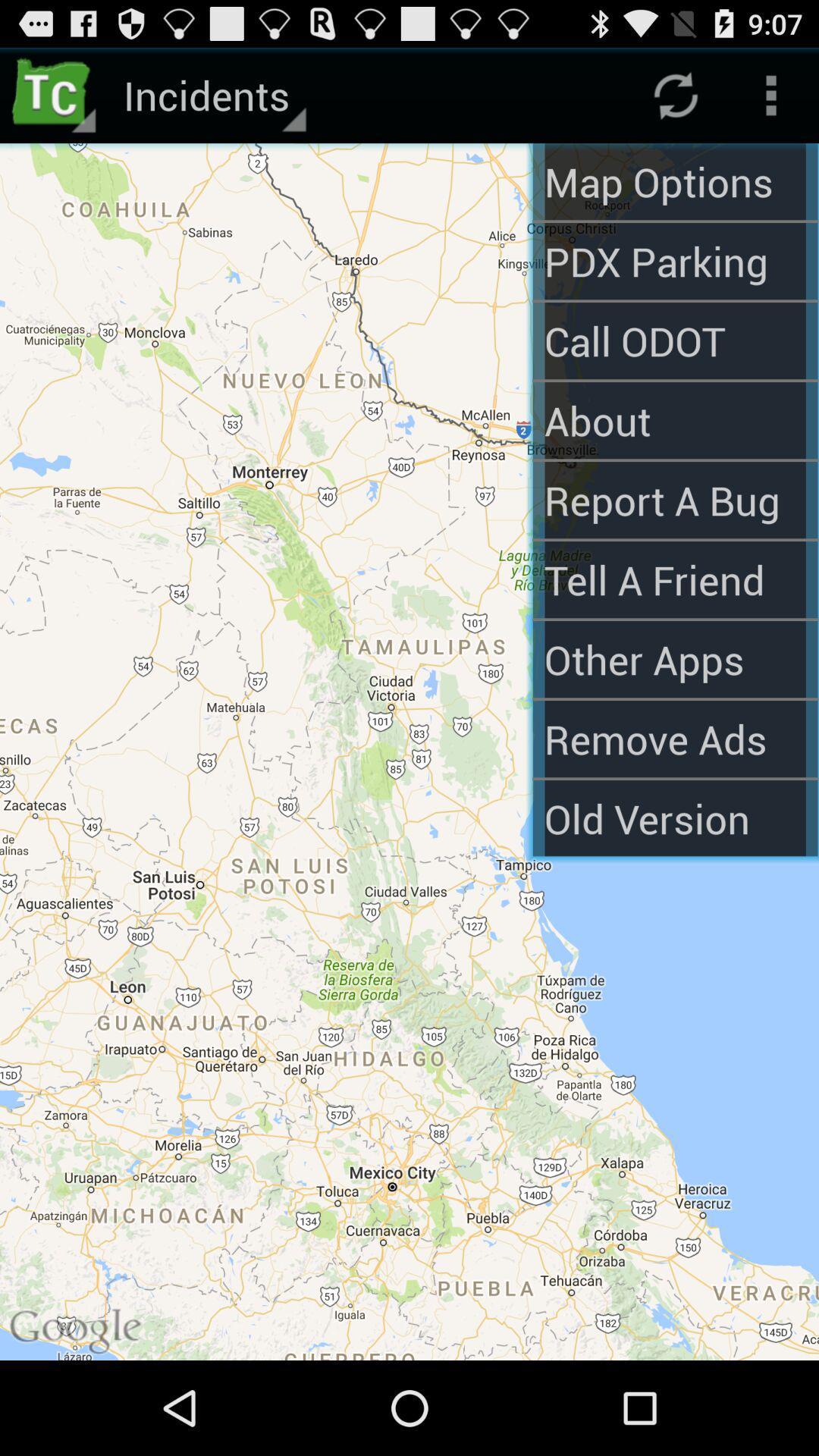  Describe the element at coordinates (674, 579) in the screenshot. I see `tell a friend` at that location.